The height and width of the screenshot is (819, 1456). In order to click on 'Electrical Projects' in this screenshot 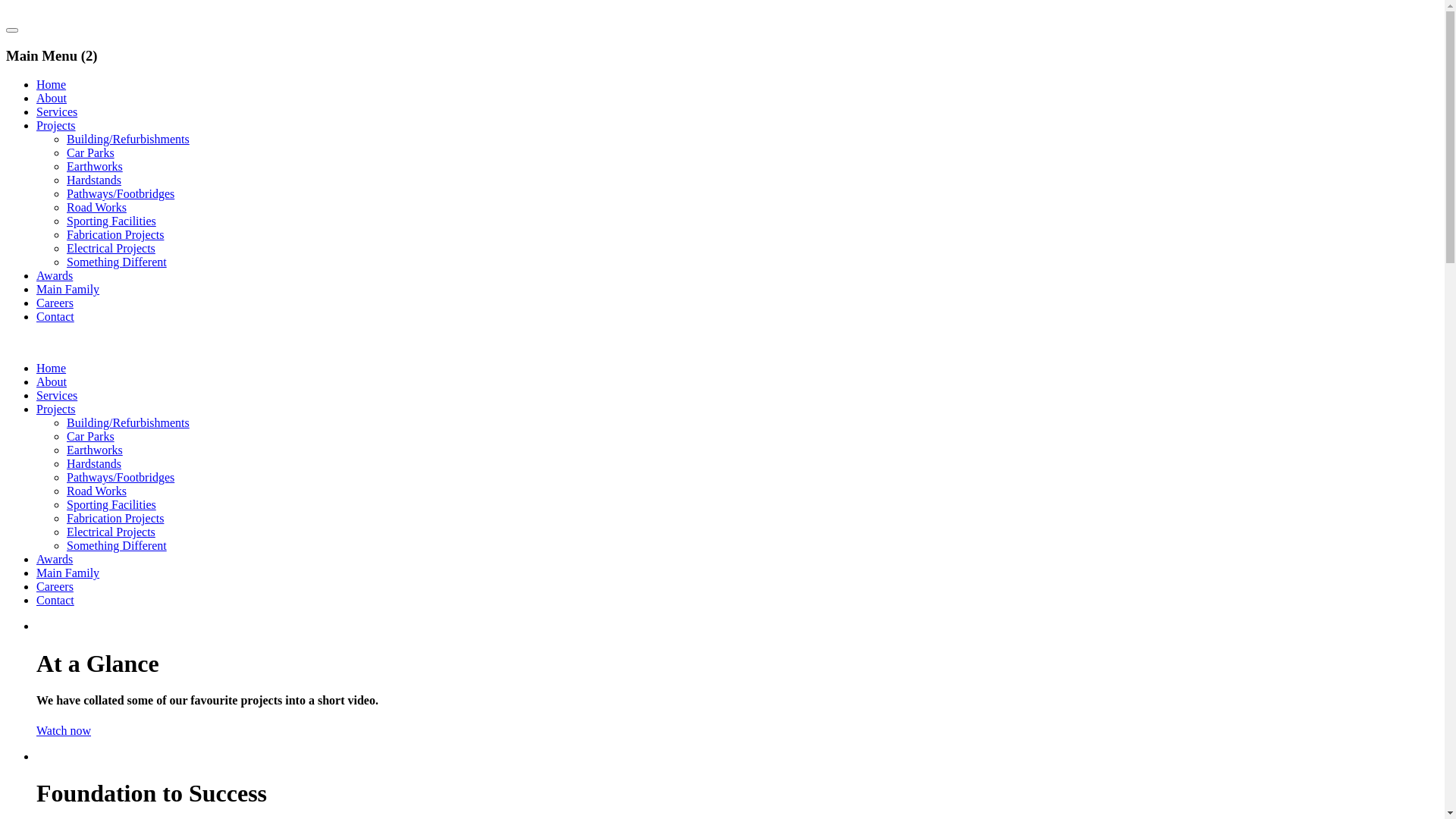, I will do `click(110, 247)`.